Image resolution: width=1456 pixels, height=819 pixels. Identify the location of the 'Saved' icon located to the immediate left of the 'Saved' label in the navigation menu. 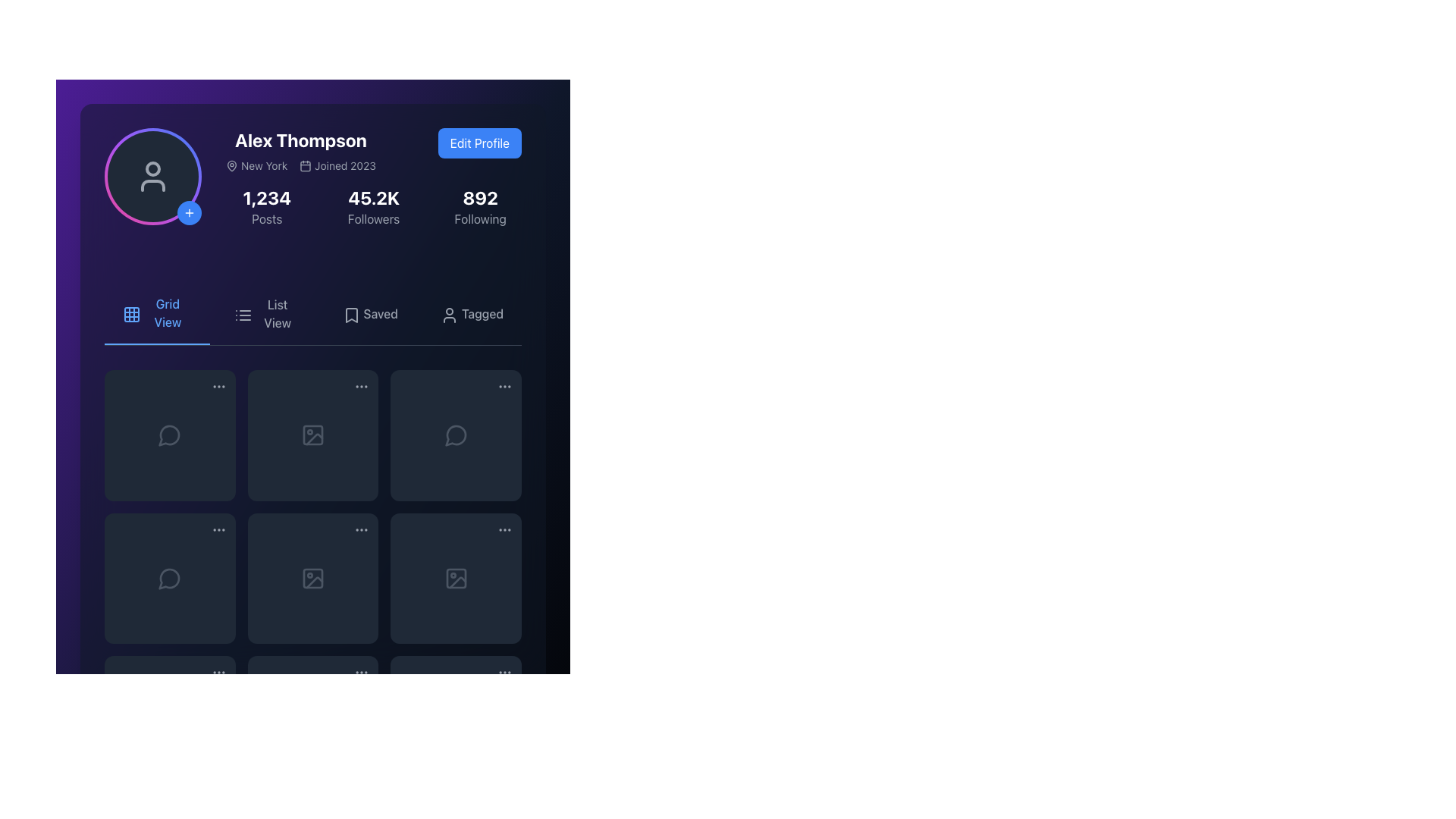
(349, 312).